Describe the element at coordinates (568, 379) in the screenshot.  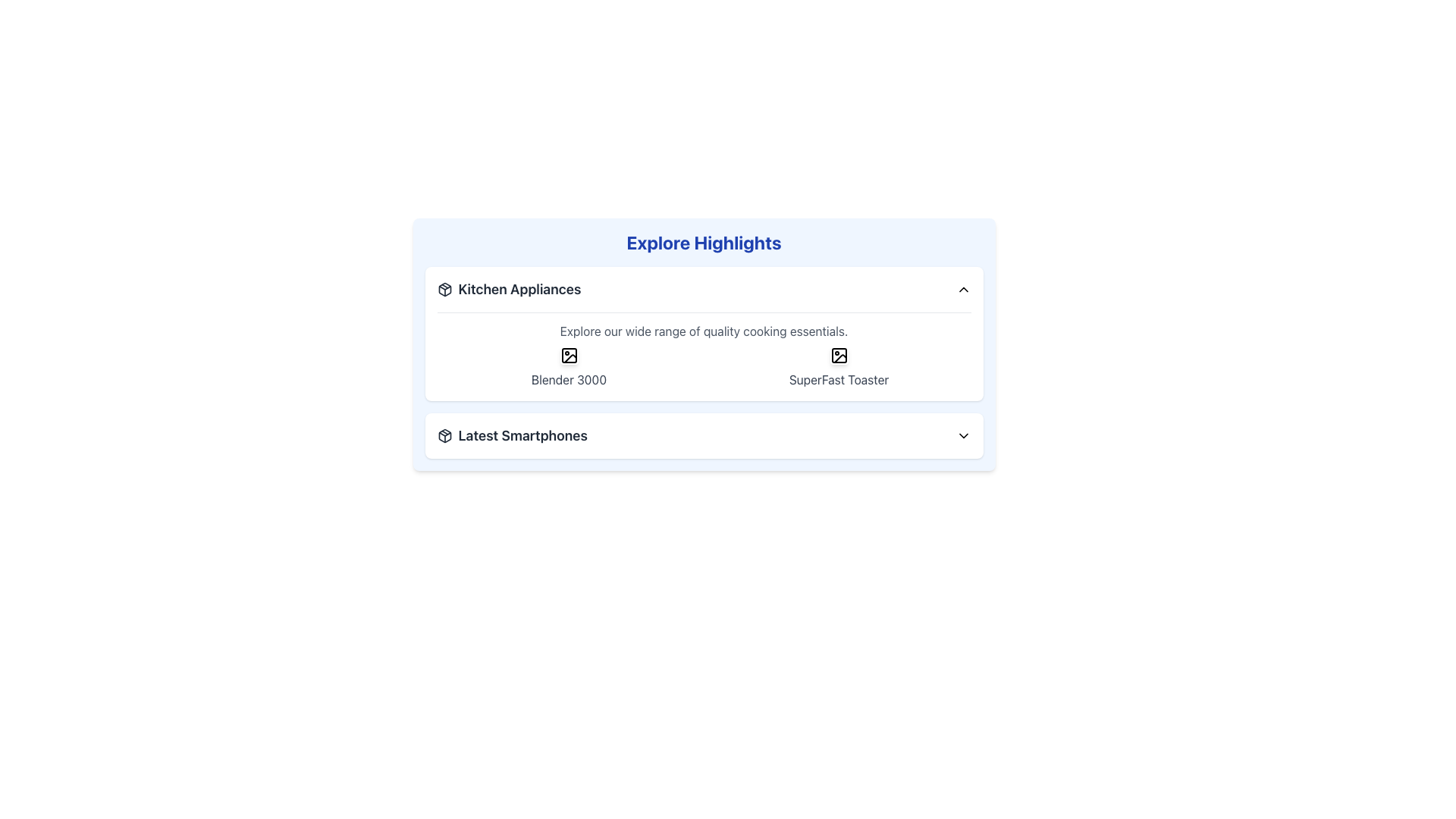
I see `the text label displaying 'Blender 3000', which is centrally aligned in a card layout under the 'Kitchen Appliances' heading` at that location.